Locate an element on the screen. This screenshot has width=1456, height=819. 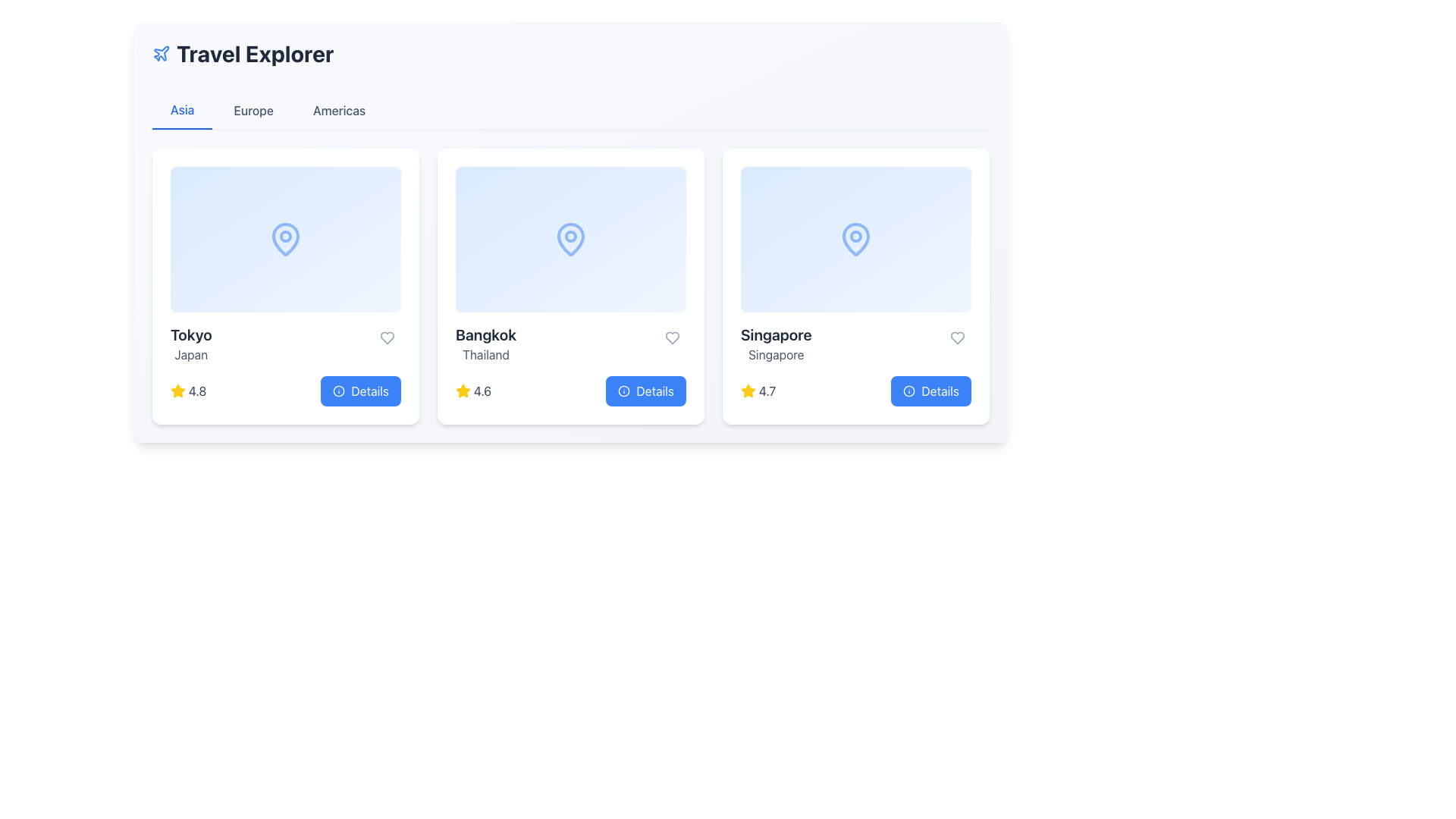
text content of the label for the location 'Singapore', which is the third element in the row of location cards under the 'Asia' tab in the 'Travel Explorer' interface is located at coordinates (776, 344).